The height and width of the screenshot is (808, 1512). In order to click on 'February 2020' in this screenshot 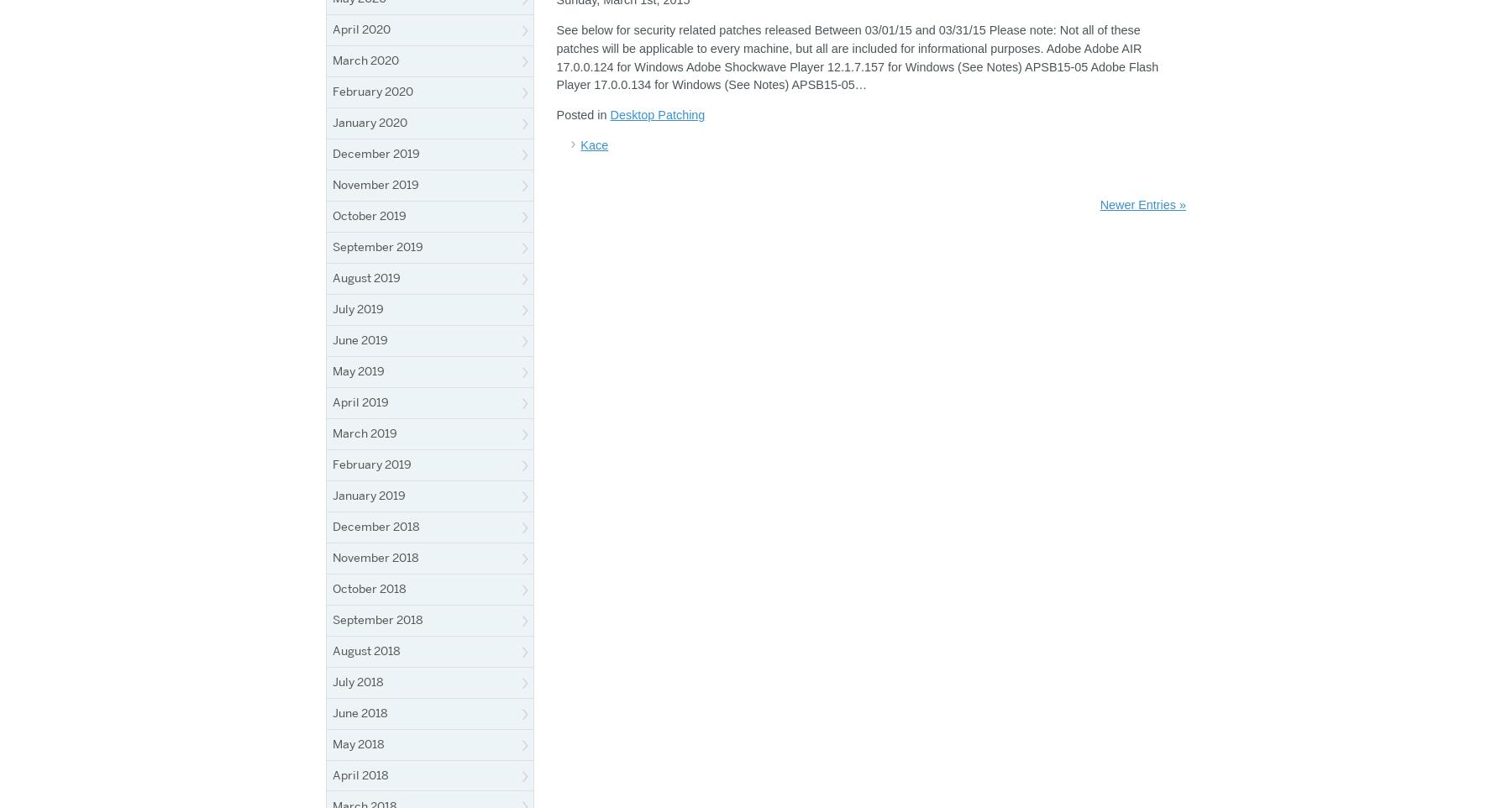, I will do `click(373, 90)`.